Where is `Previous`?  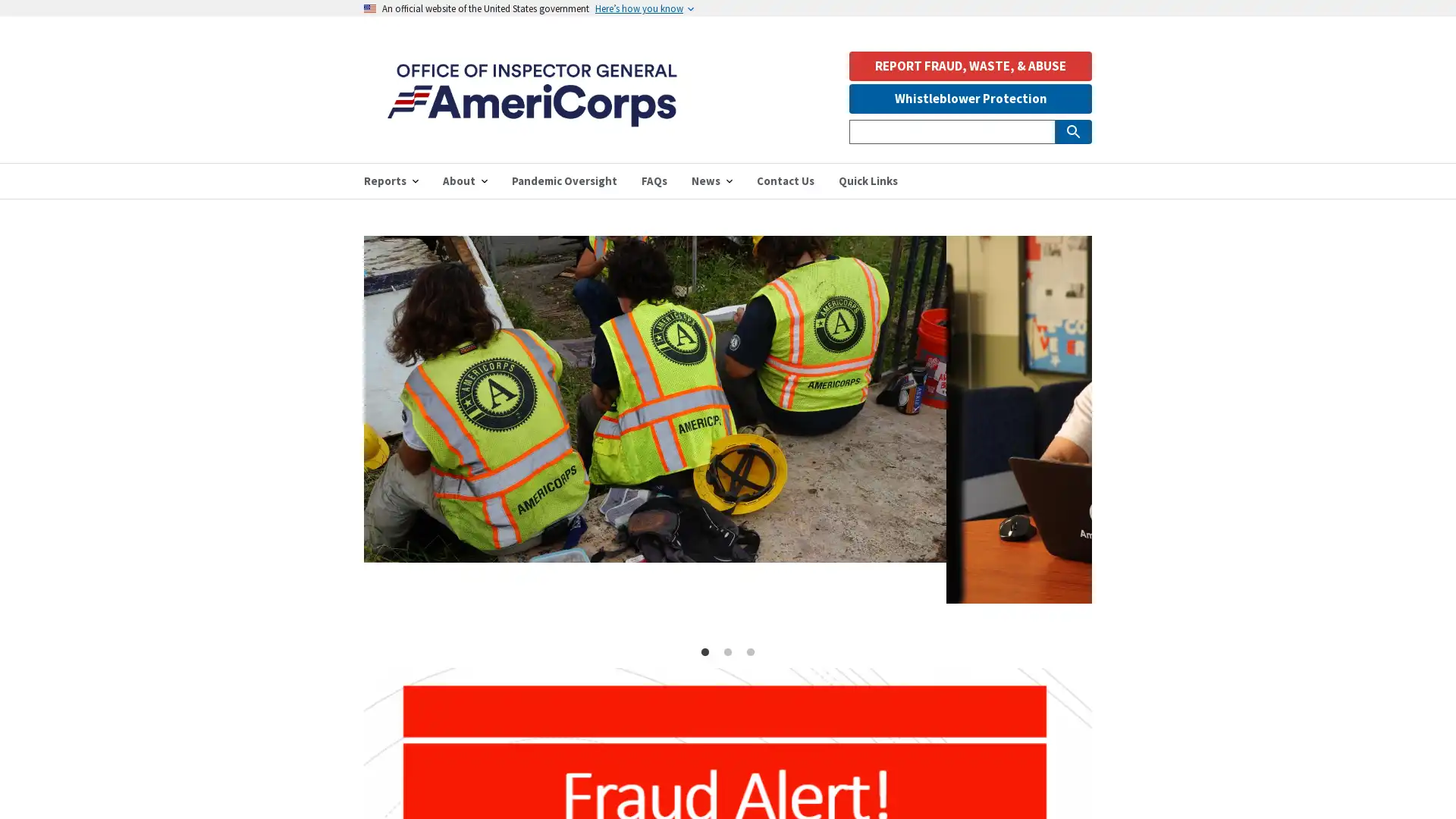
Previous is located at coordinates (371, 432).